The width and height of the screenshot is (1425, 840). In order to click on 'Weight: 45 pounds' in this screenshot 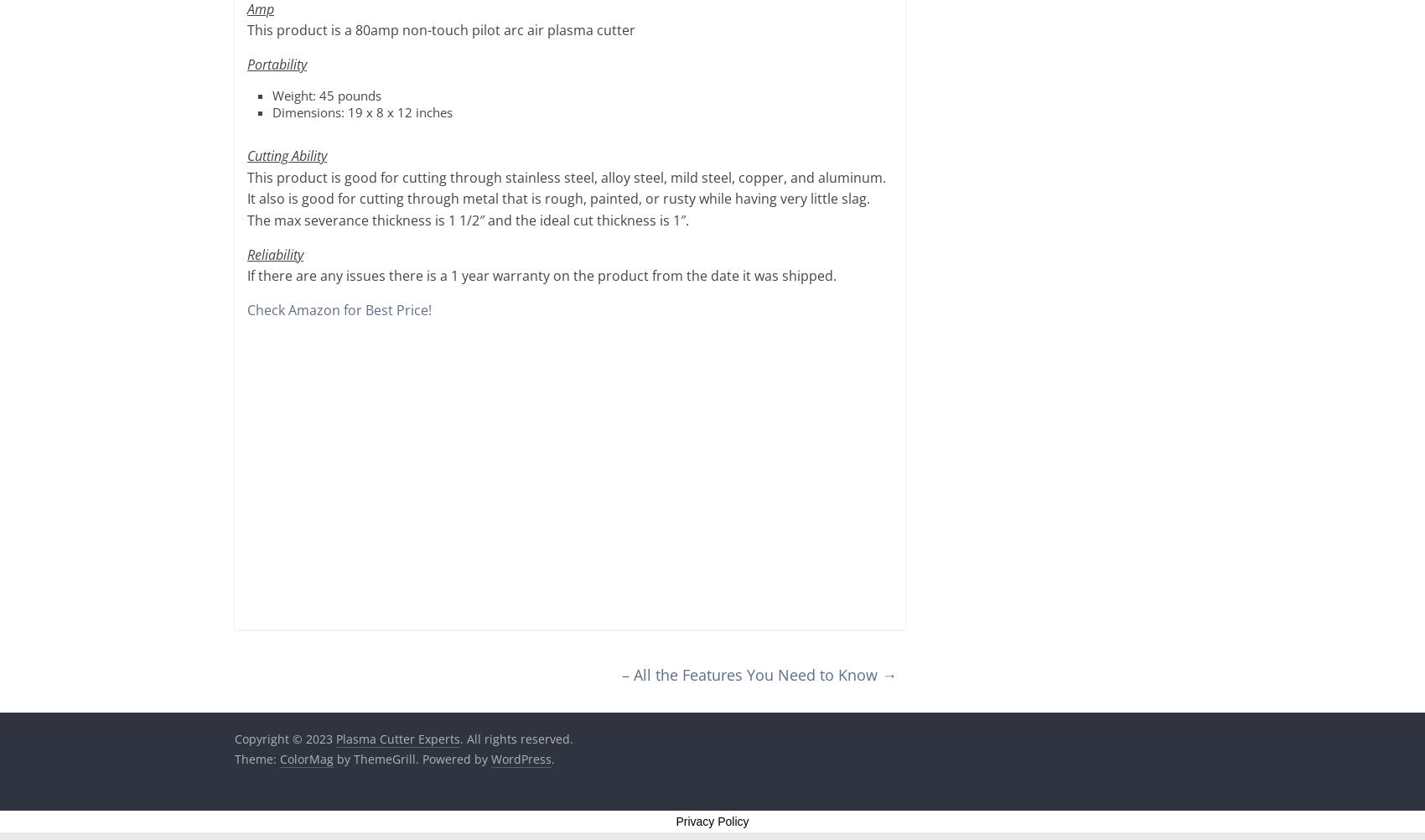, I will do `click(325, 95)`.